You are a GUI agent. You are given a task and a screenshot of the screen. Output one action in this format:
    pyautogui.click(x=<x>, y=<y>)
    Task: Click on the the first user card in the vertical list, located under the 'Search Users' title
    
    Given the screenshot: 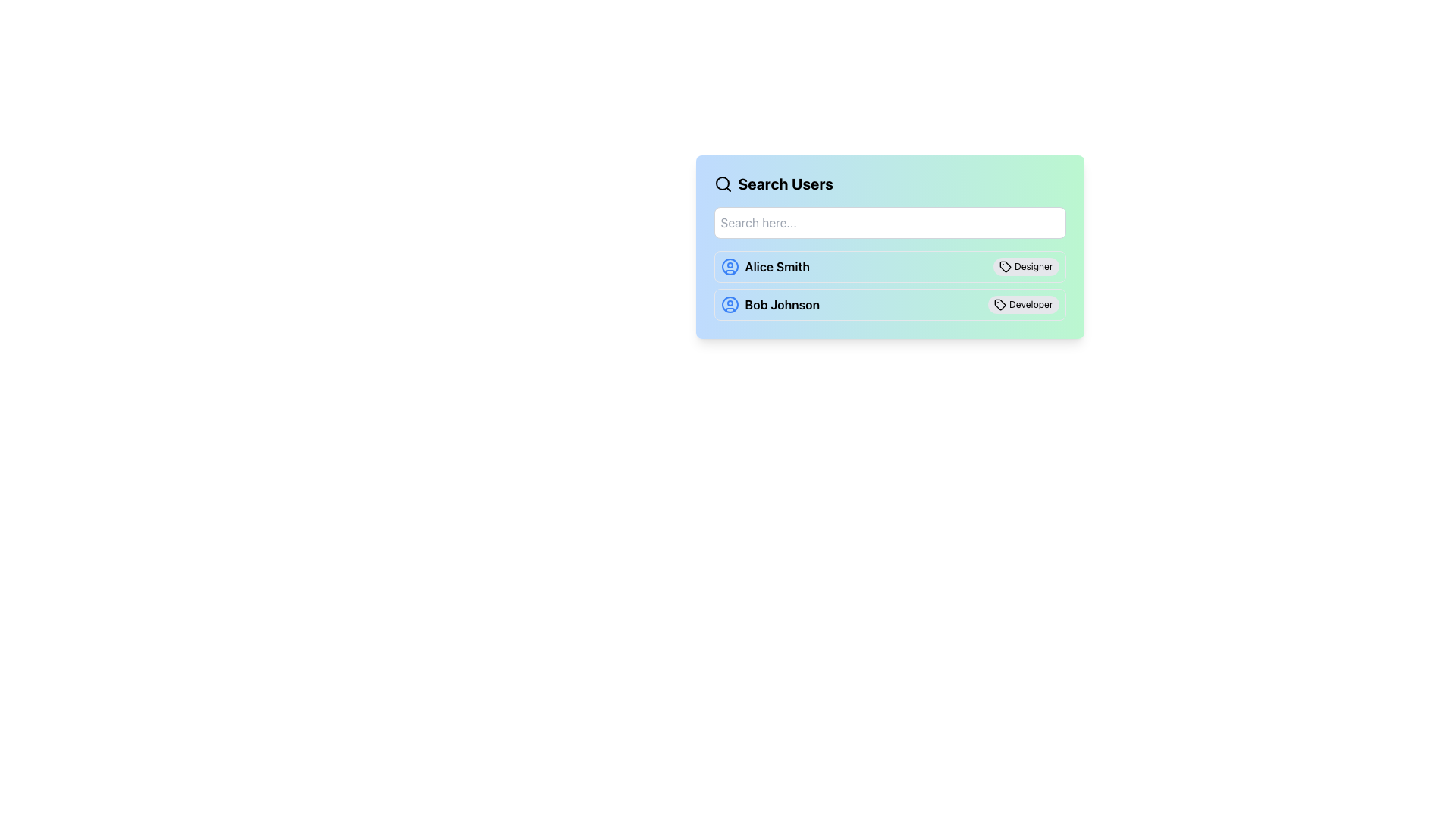 What is the action you would take?
    pyautogui.click(x=890, y=265)
    